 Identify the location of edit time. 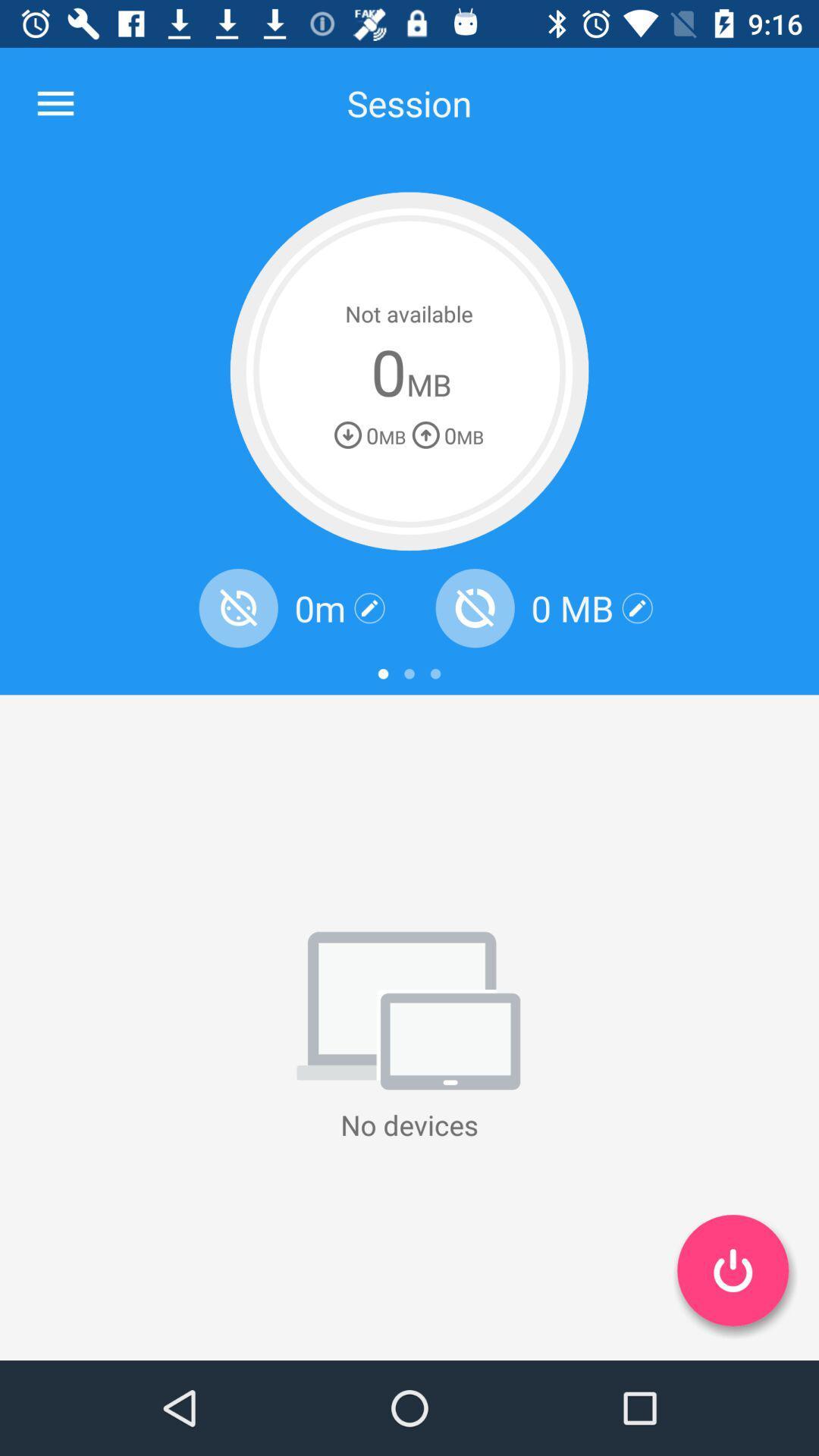
(369, 608).